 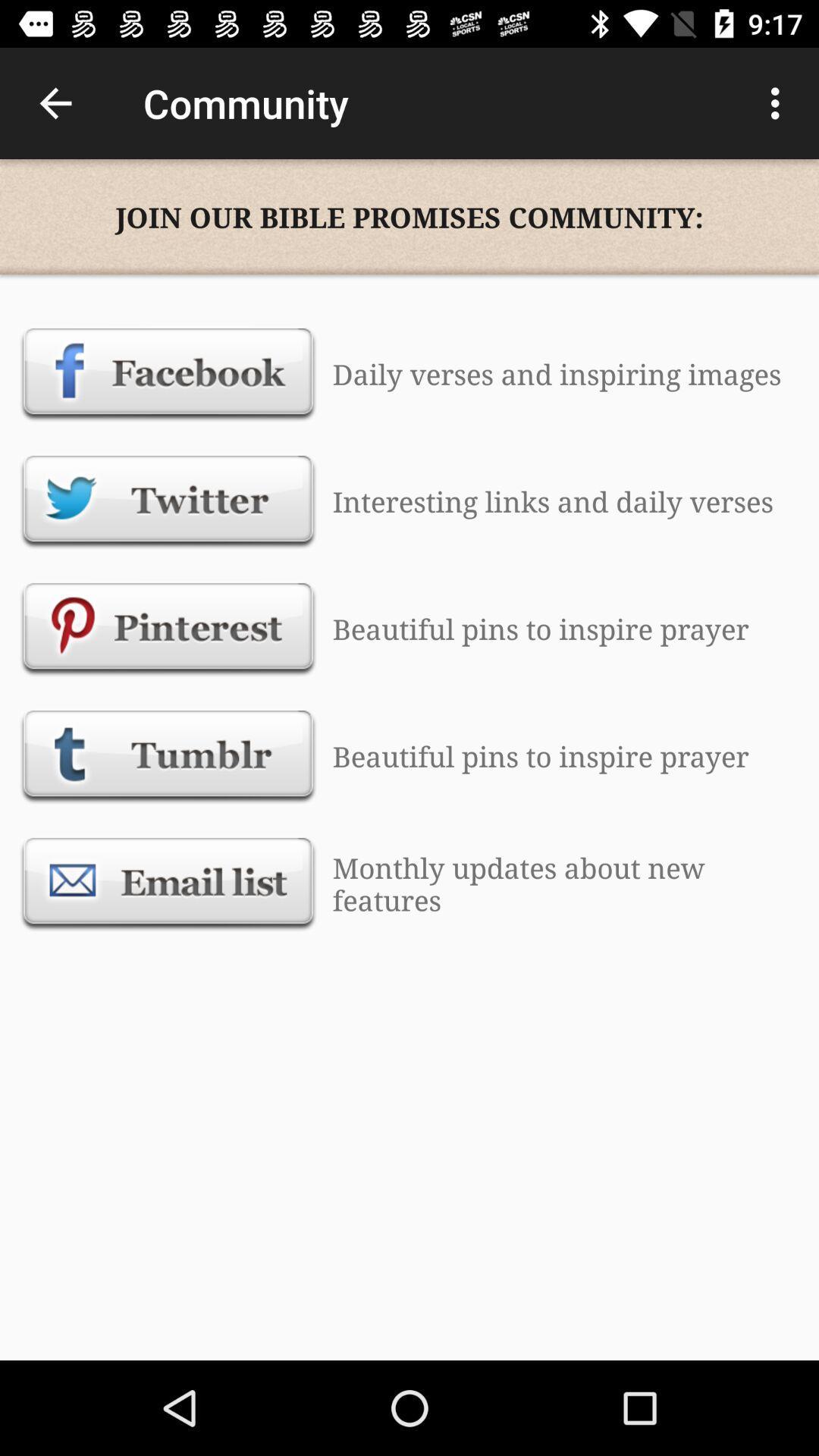 I want to click on open pinterest, so click(x=168, y=629).